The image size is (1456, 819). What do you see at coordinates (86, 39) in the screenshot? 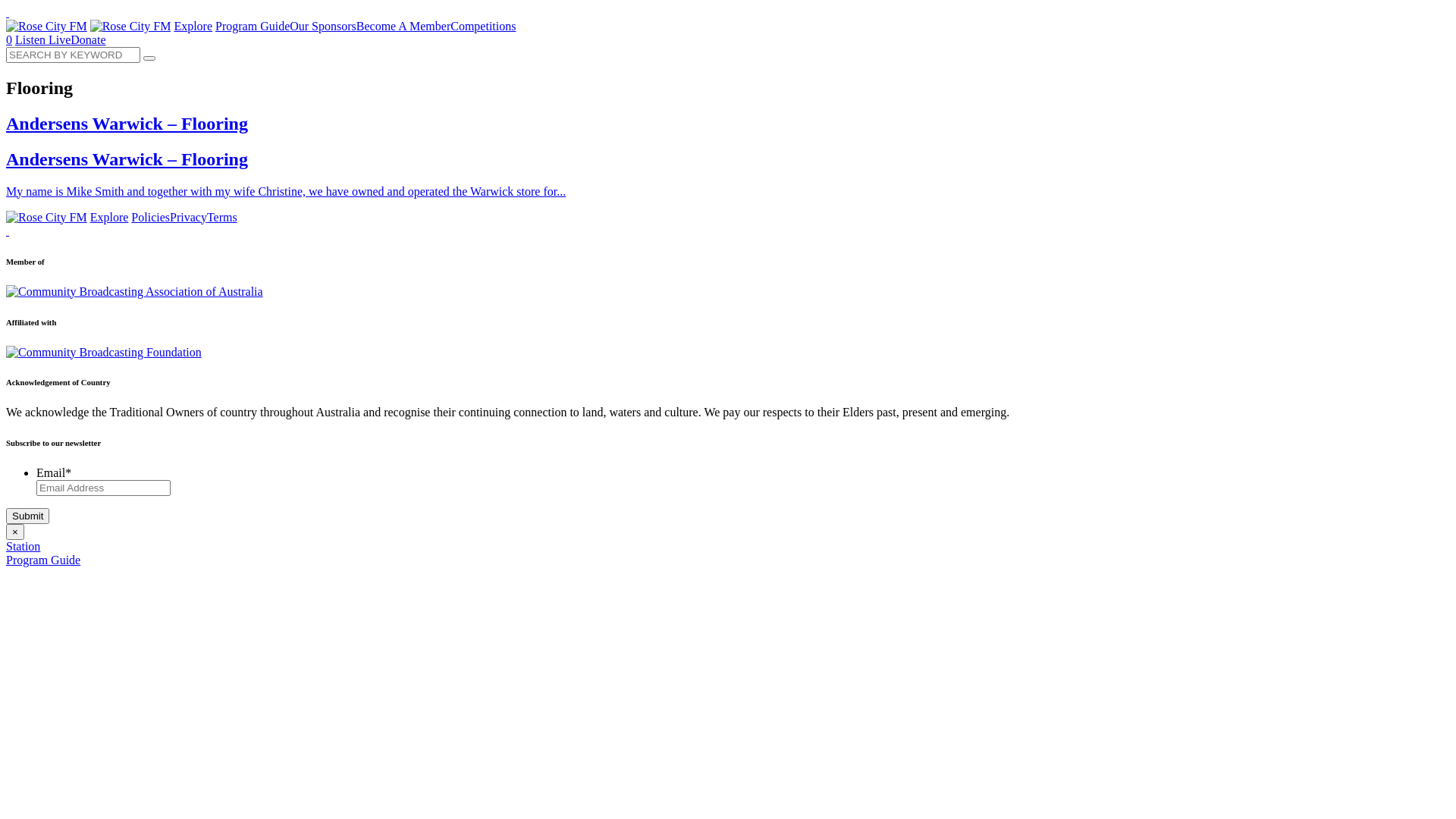
I see `'Donate'` at bounding box center [86, 39].